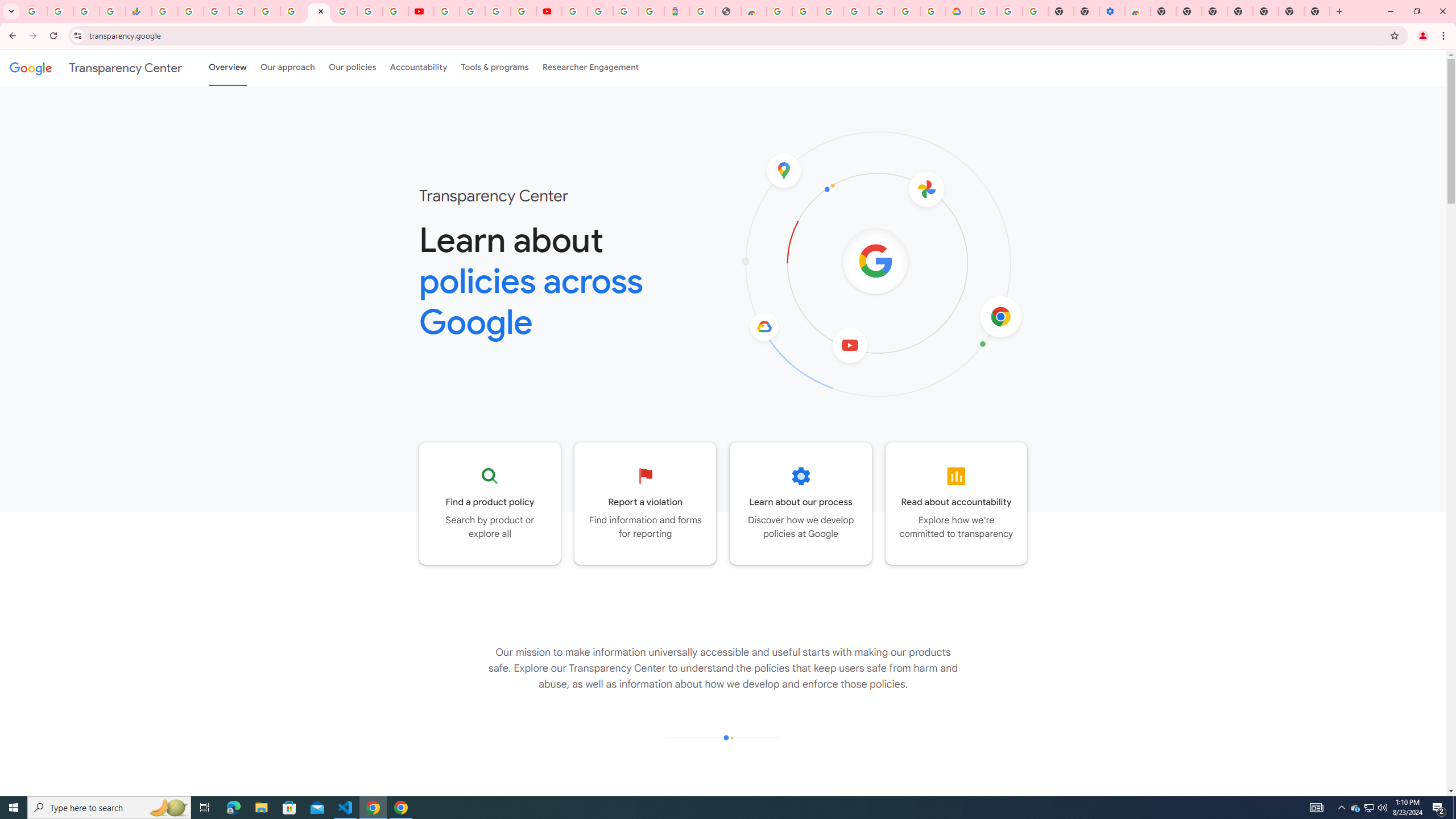  I want to click on 'Researcher Engagement', so click(591, 67).